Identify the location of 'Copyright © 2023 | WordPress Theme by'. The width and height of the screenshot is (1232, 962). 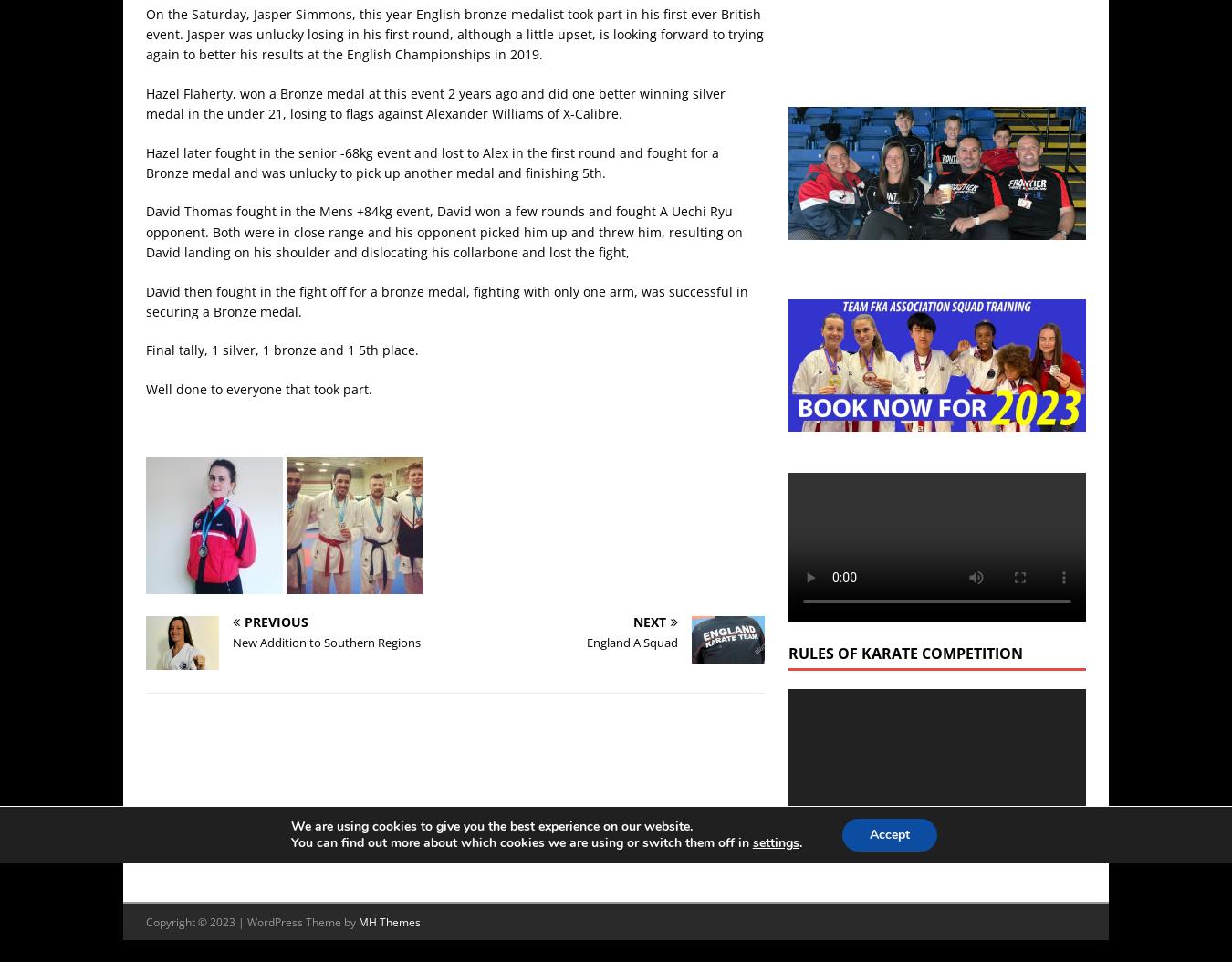
(251, 921).